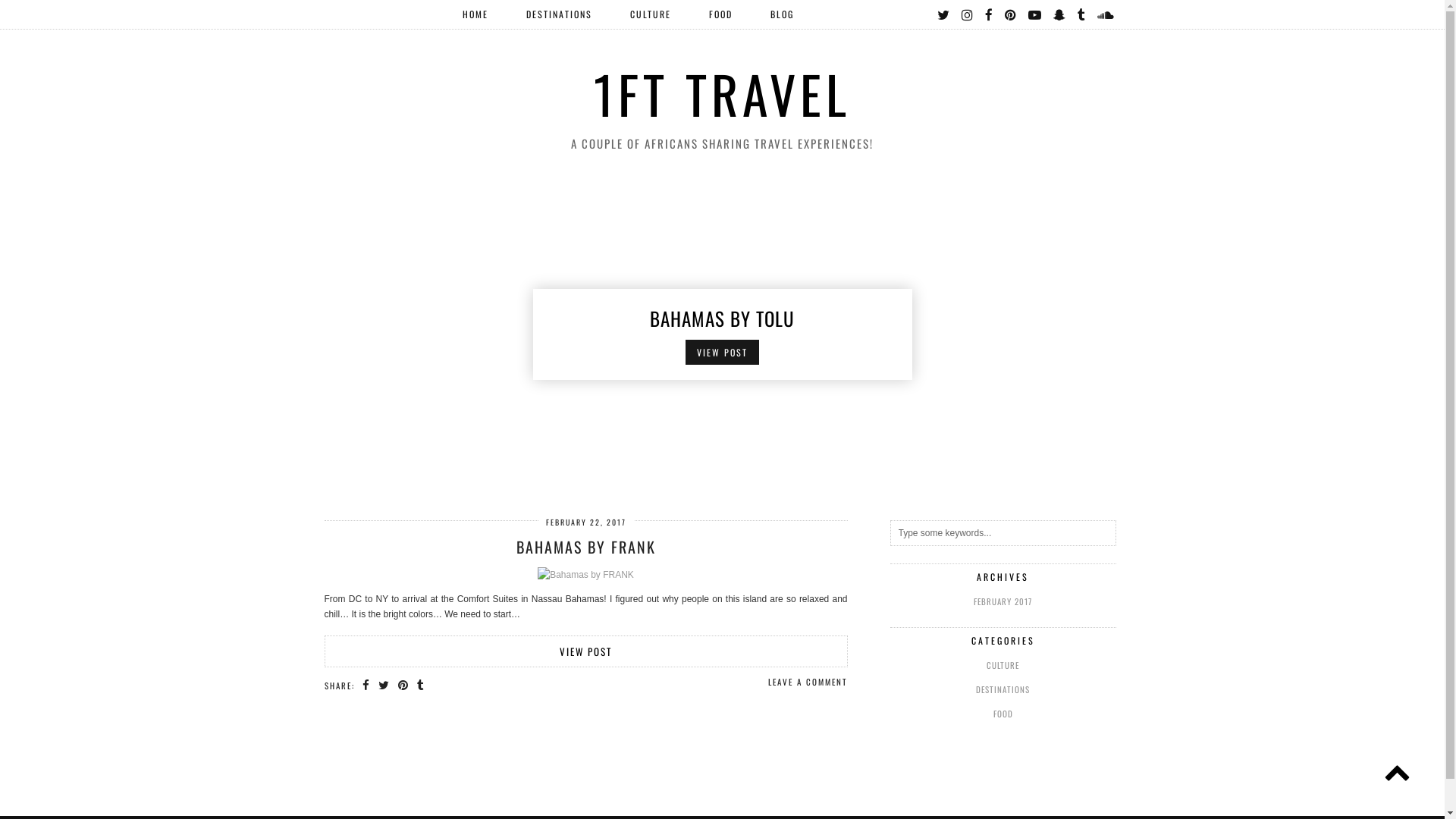 The width and height of the screenshot is (1456, 819). I want to click on 'facebook', so click(989, 14).